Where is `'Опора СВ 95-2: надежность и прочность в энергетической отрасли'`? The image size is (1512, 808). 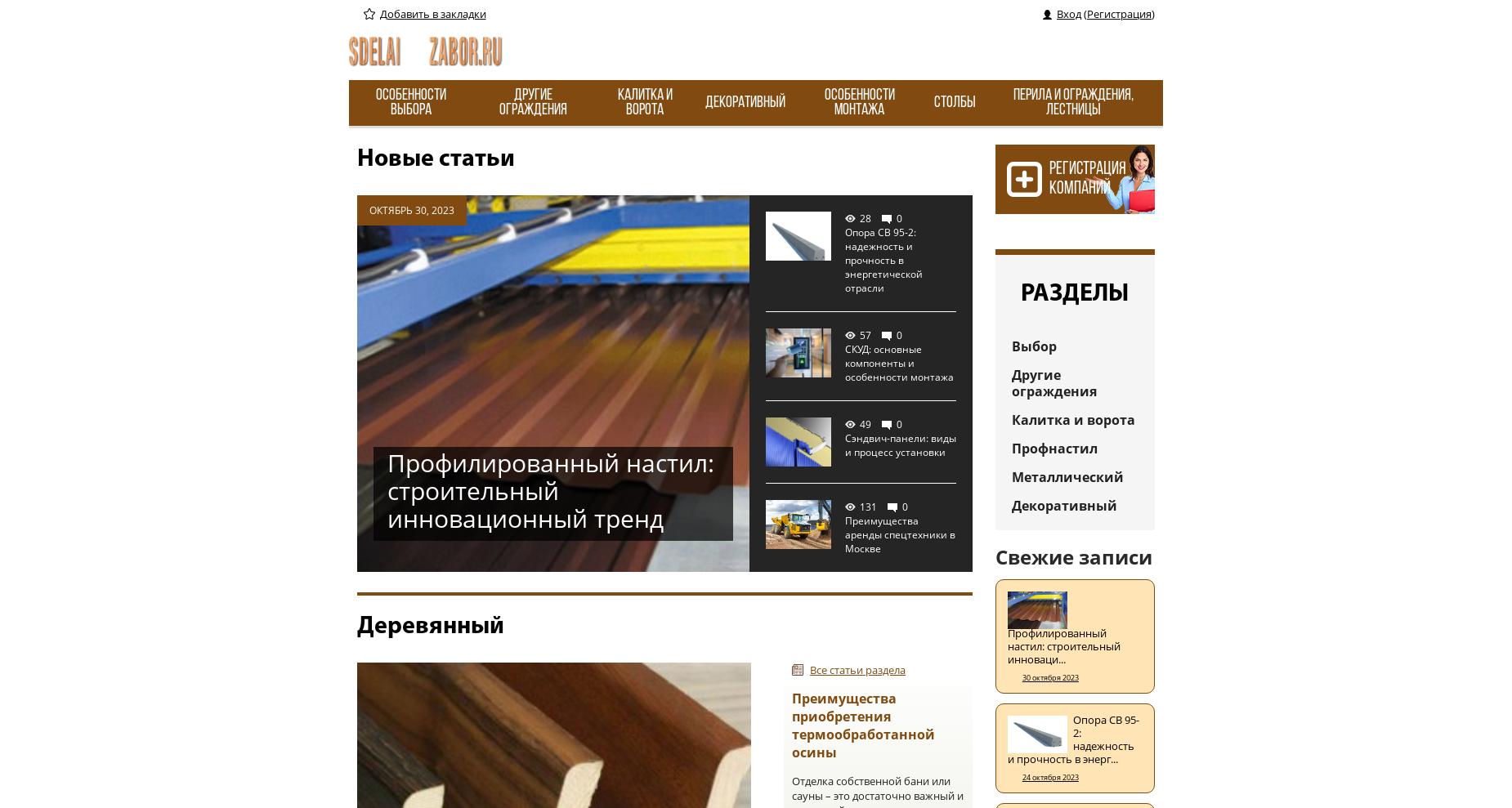
'Опора СВ 95-2: надежность и прочность в энергетической отрасли' is located at coordinates (883, 260).